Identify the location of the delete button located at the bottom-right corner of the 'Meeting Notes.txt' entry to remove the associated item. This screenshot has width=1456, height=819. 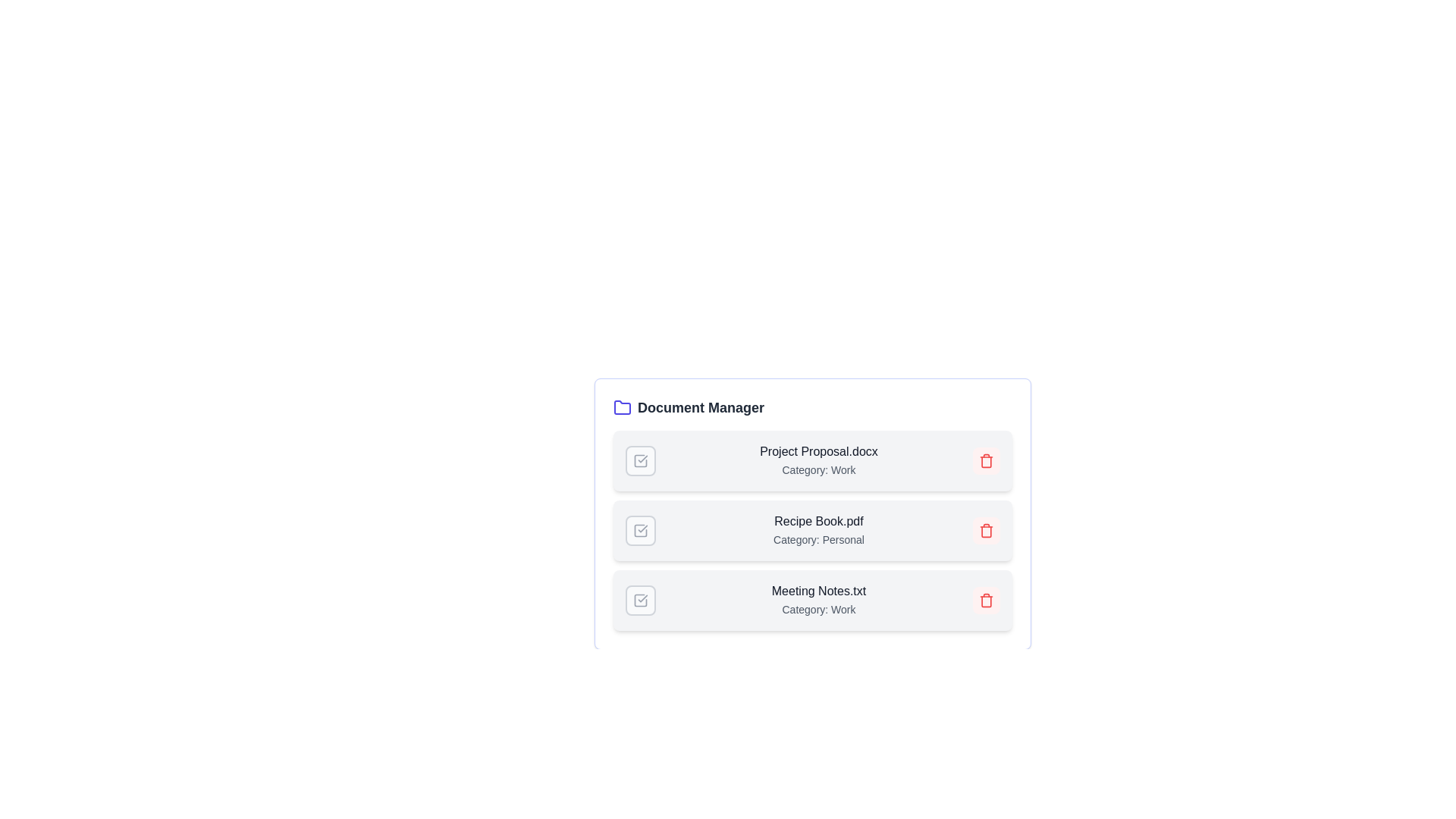
(986, 599).